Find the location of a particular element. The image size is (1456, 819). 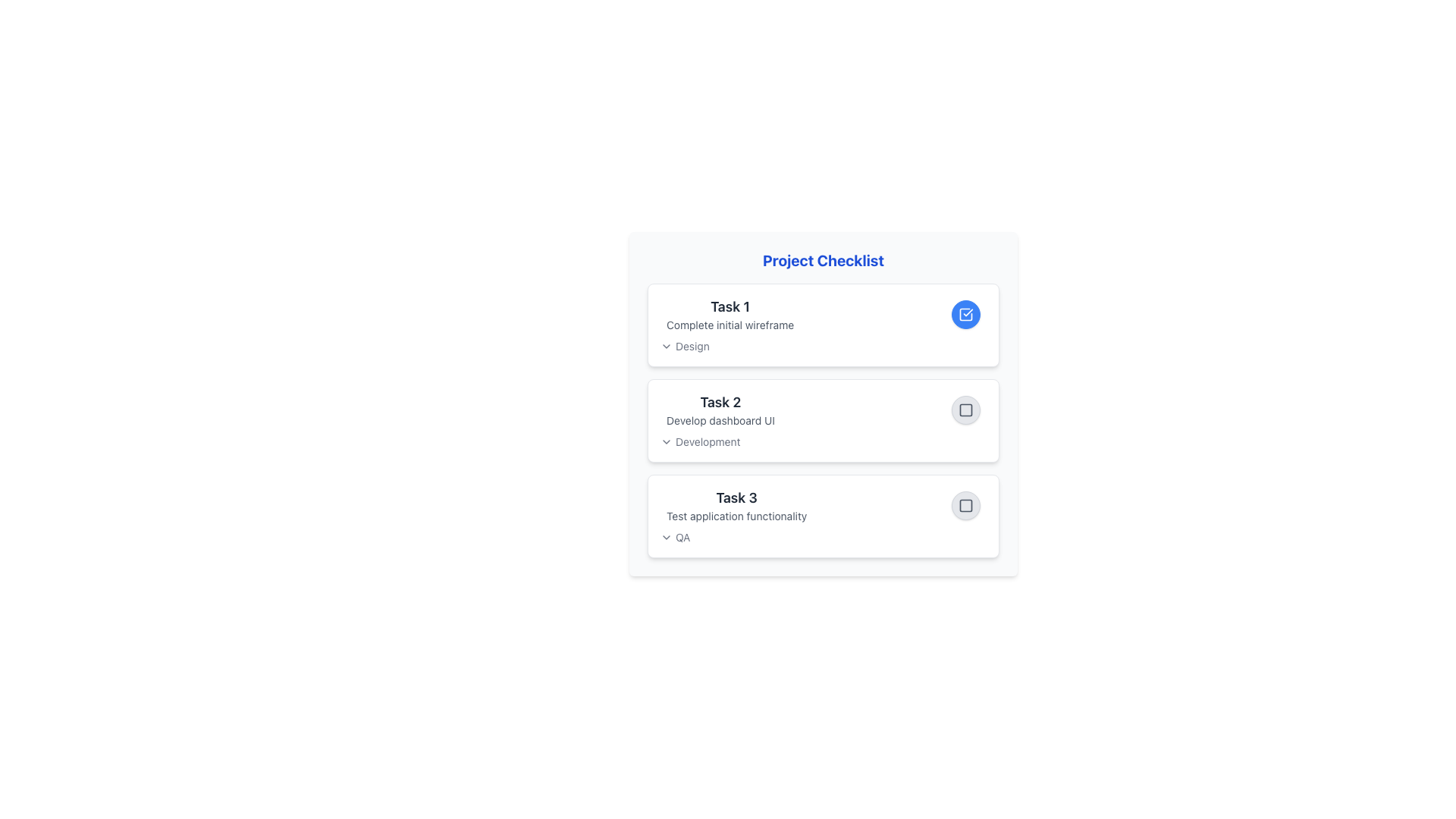

the dropdown icon located to the left of the 'QA' text in the Task 3 section is located at coordinates (666, 537).